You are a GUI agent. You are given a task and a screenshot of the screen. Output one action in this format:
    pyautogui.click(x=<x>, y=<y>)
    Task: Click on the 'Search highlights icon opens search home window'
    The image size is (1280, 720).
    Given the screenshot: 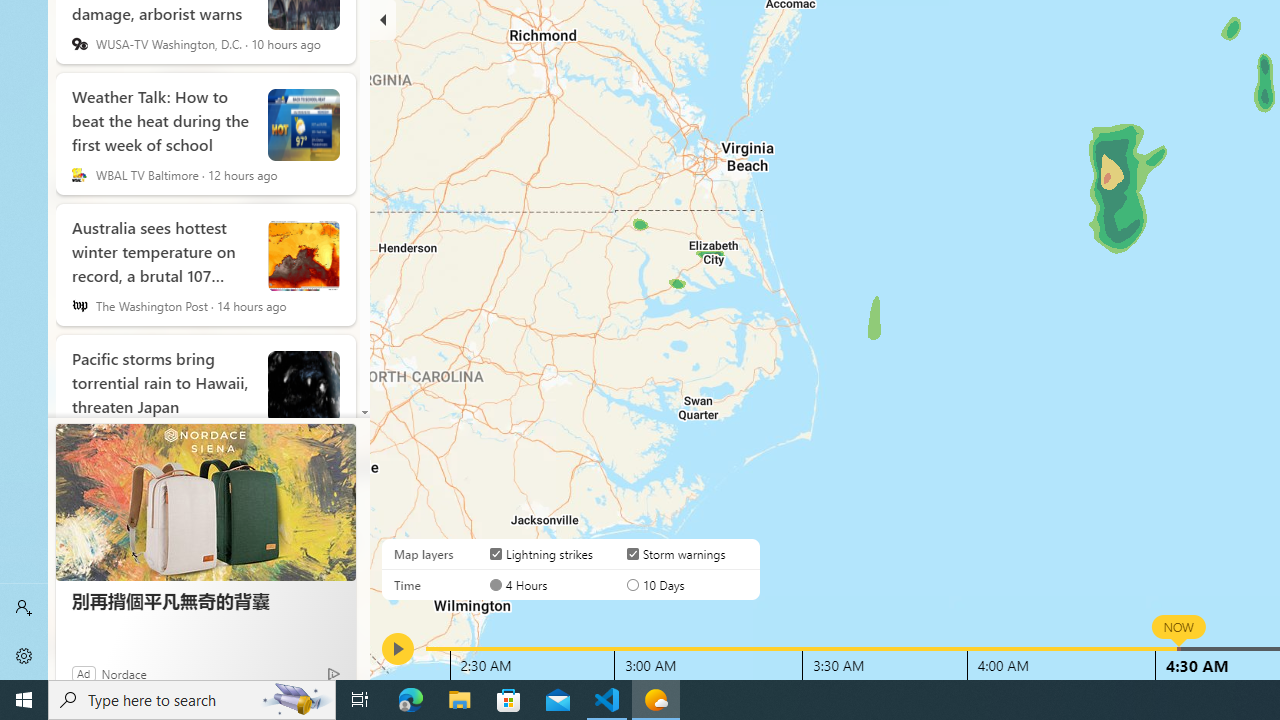 What is the action you would take?
    pyautogui.click(x=294, y=698)
    